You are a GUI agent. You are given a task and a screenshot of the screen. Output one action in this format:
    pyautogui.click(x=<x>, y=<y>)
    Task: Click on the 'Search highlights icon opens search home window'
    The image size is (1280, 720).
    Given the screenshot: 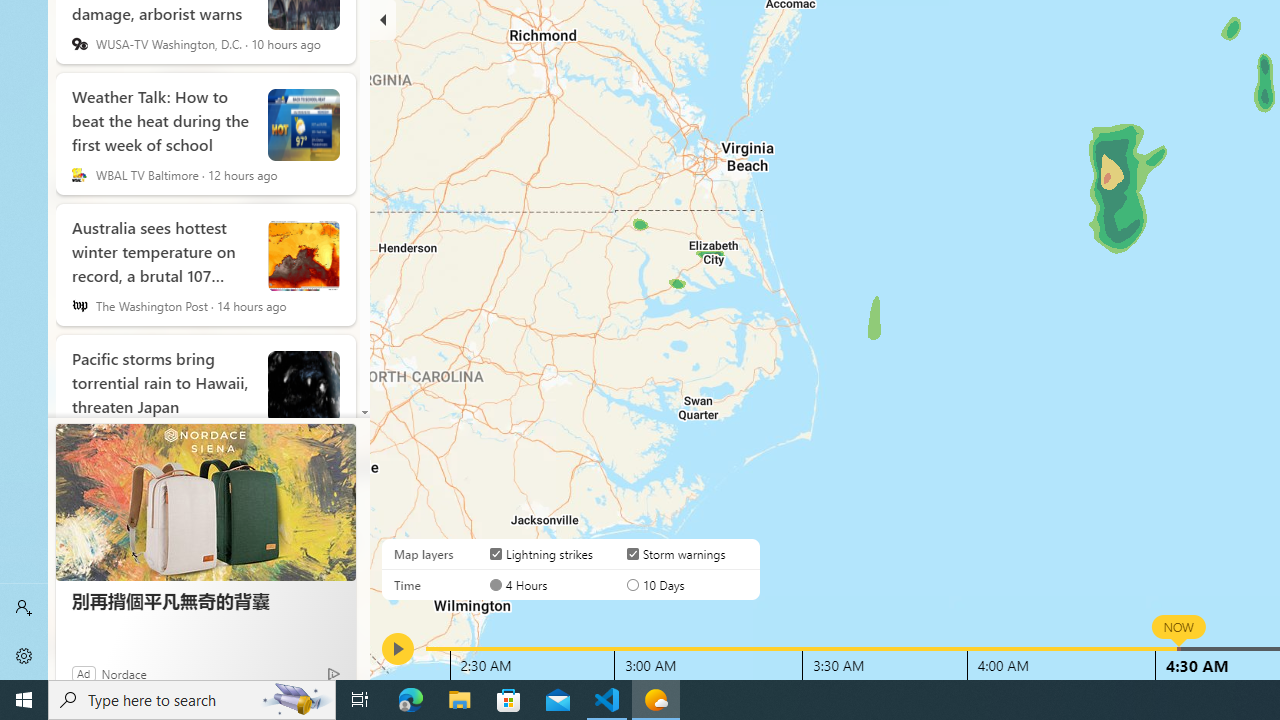 What is the action you would take?
    pyautogui.click(x=294, y=698)
    